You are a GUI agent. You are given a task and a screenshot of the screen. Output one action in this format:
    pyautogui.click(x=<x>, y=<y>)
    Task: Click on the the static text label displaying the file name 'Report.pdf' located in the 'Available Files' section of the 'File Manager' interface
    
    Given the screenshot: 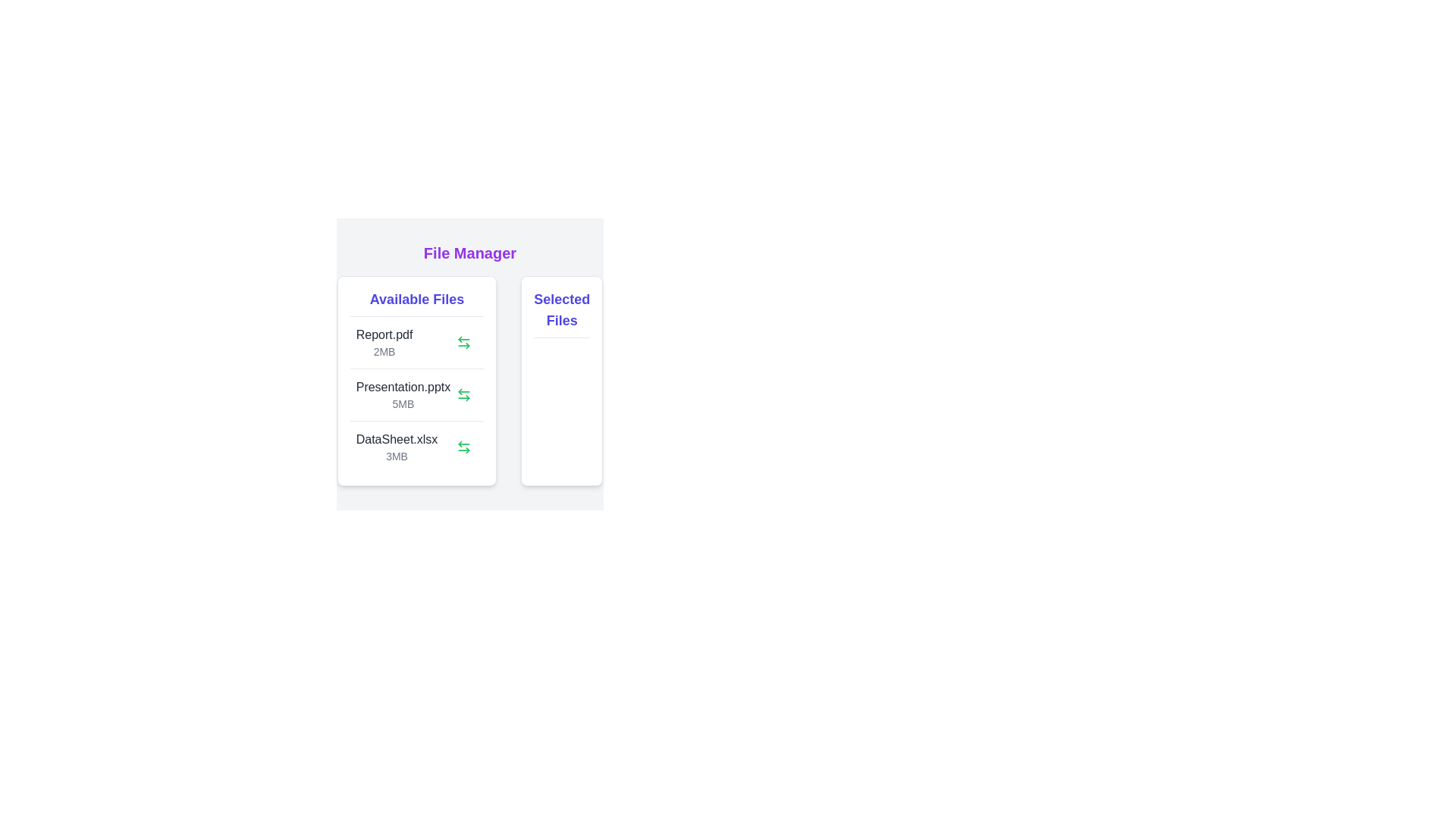 What is the action you would take?
    pyautogui.click(x=384, y=334)
    